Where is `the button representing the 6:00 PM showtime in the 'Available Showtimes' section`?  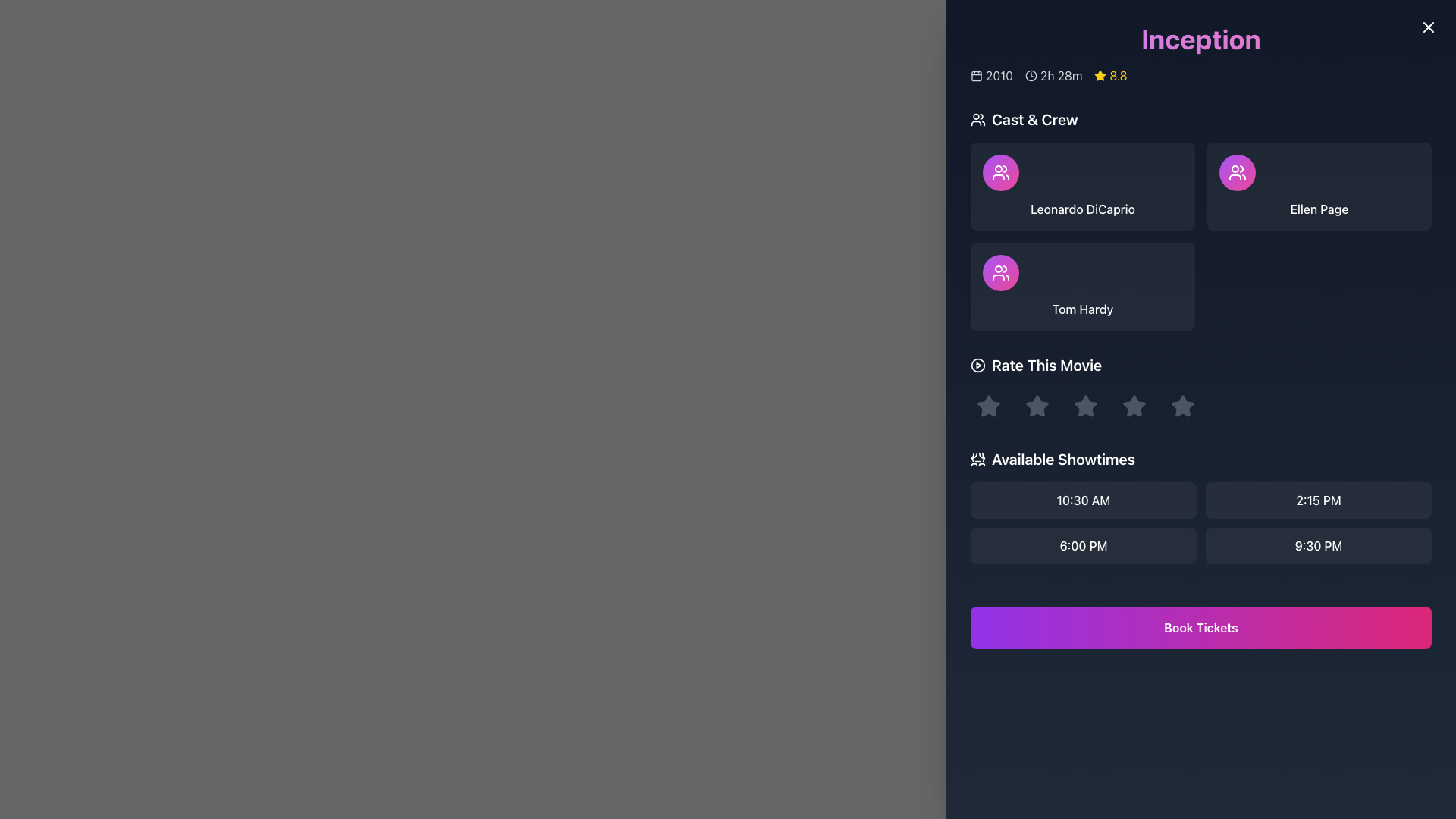
the button representing the 6:00 PM showtime in the 'Available Showtimes' section is located at coordinates (1083, 546).